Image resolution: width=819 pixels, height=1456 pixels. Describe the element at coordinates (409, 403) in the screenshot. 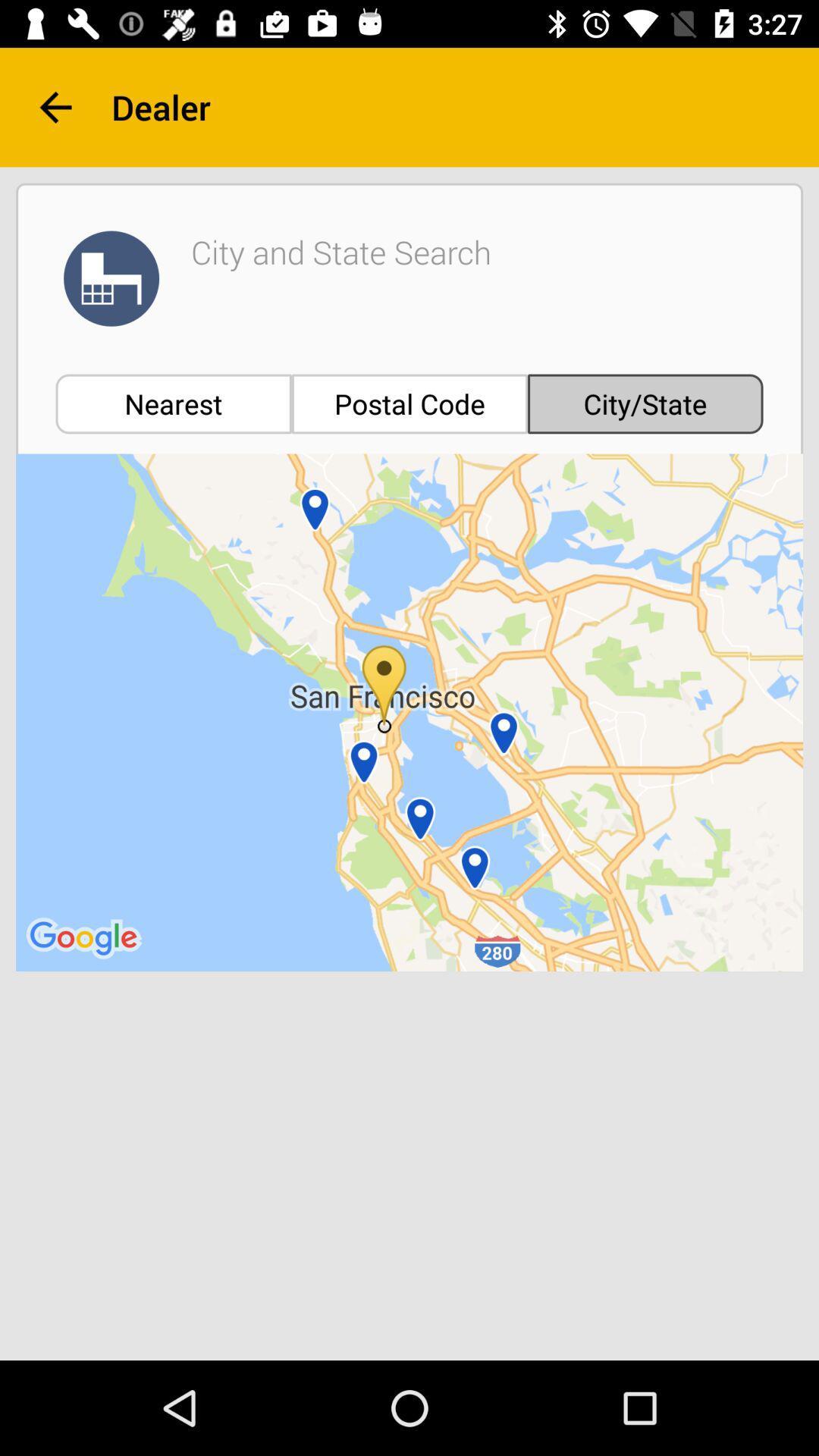

I see `item next to city/state` at that location.